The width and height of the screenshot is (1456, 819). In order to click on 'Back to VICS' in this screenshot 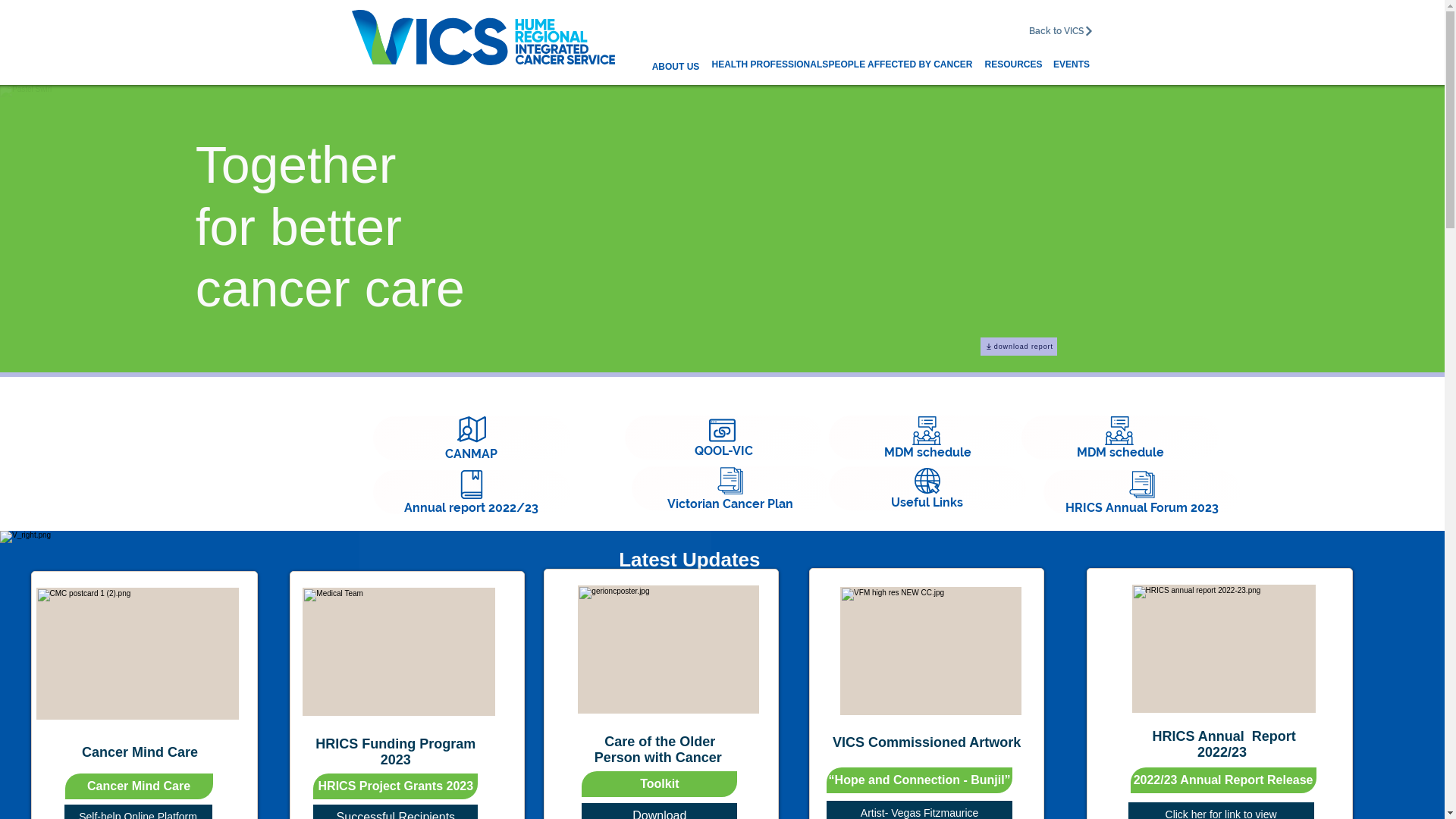, I will do `click(1060, 31)`.